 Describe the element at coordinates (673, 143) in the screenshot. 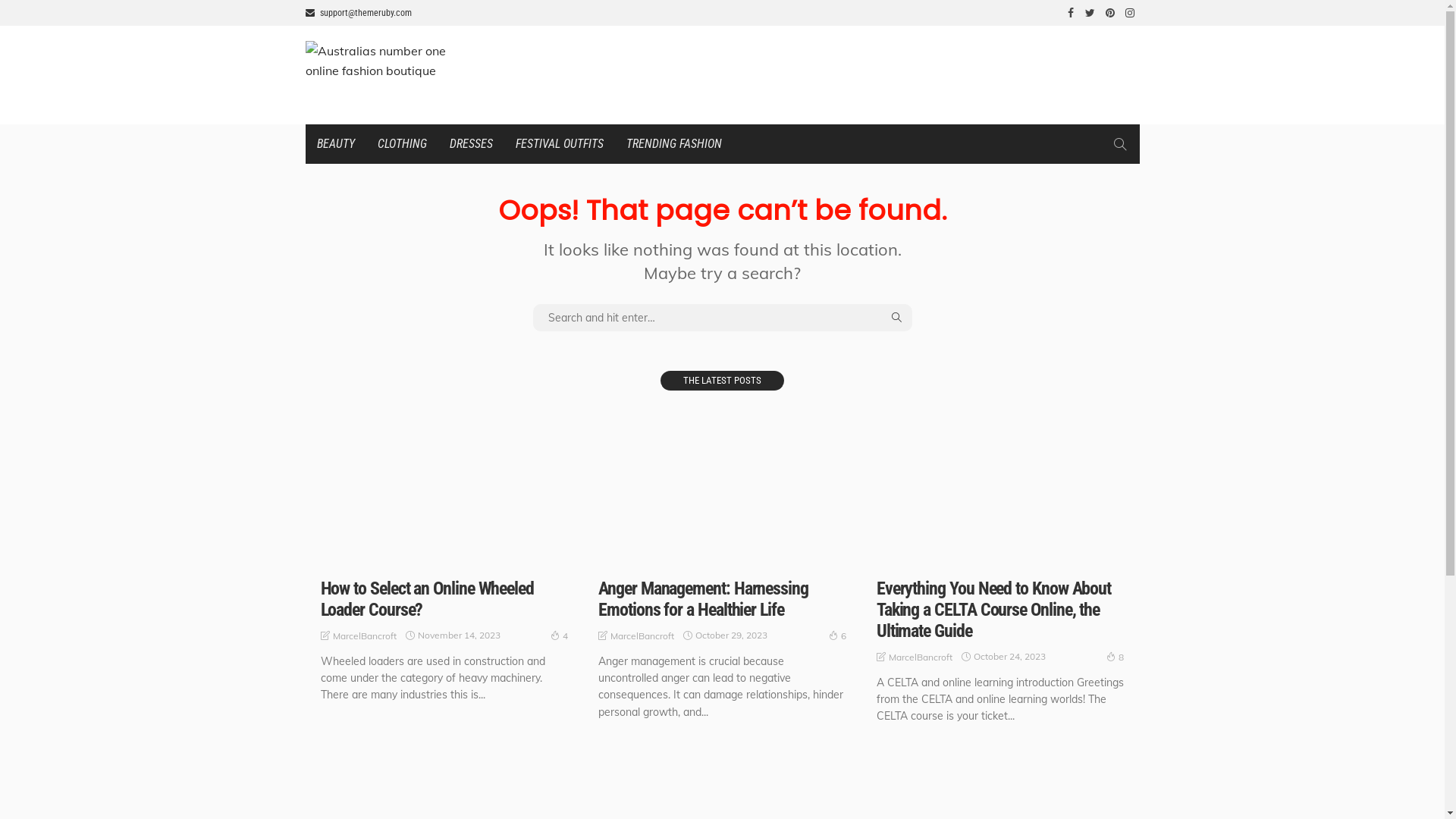

I see `'TRENDING FASHION'` at that location.